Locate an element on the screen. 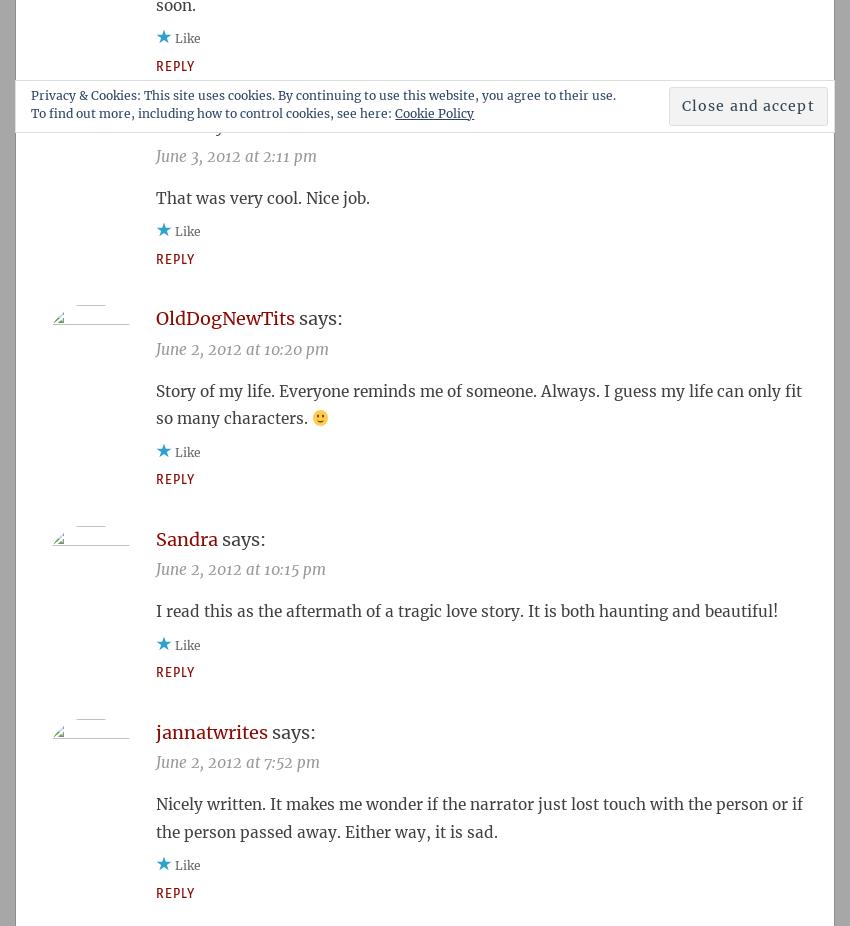  'Dan' is located at coordinates (172, 124).